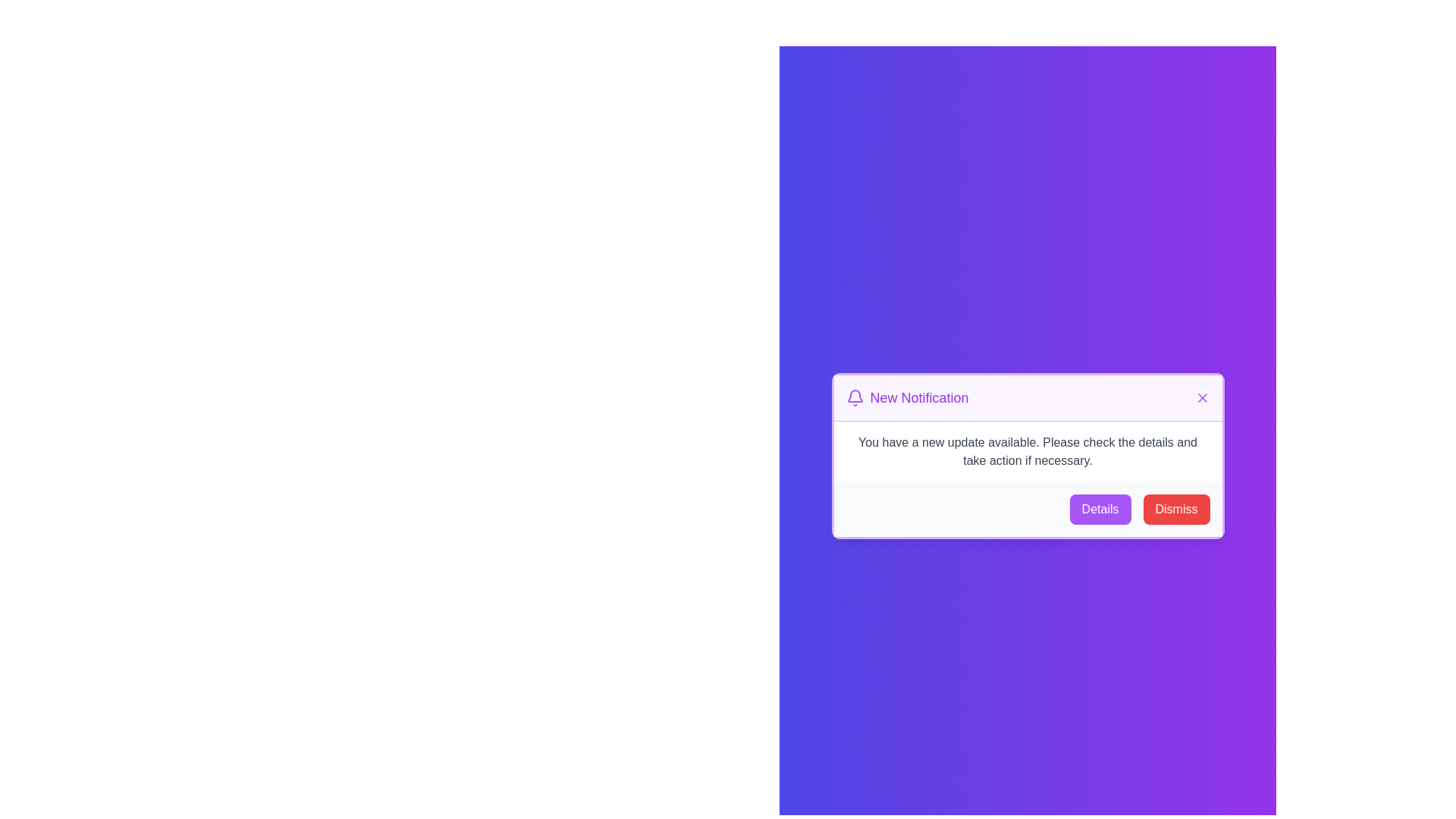  Describe the element at coordinates (1201, 397) in the screenshot. I see `the slanted vector line segment forming part of the cross in the SVG located in the top-right corner of the notification card to indicate interactivity` at that location.